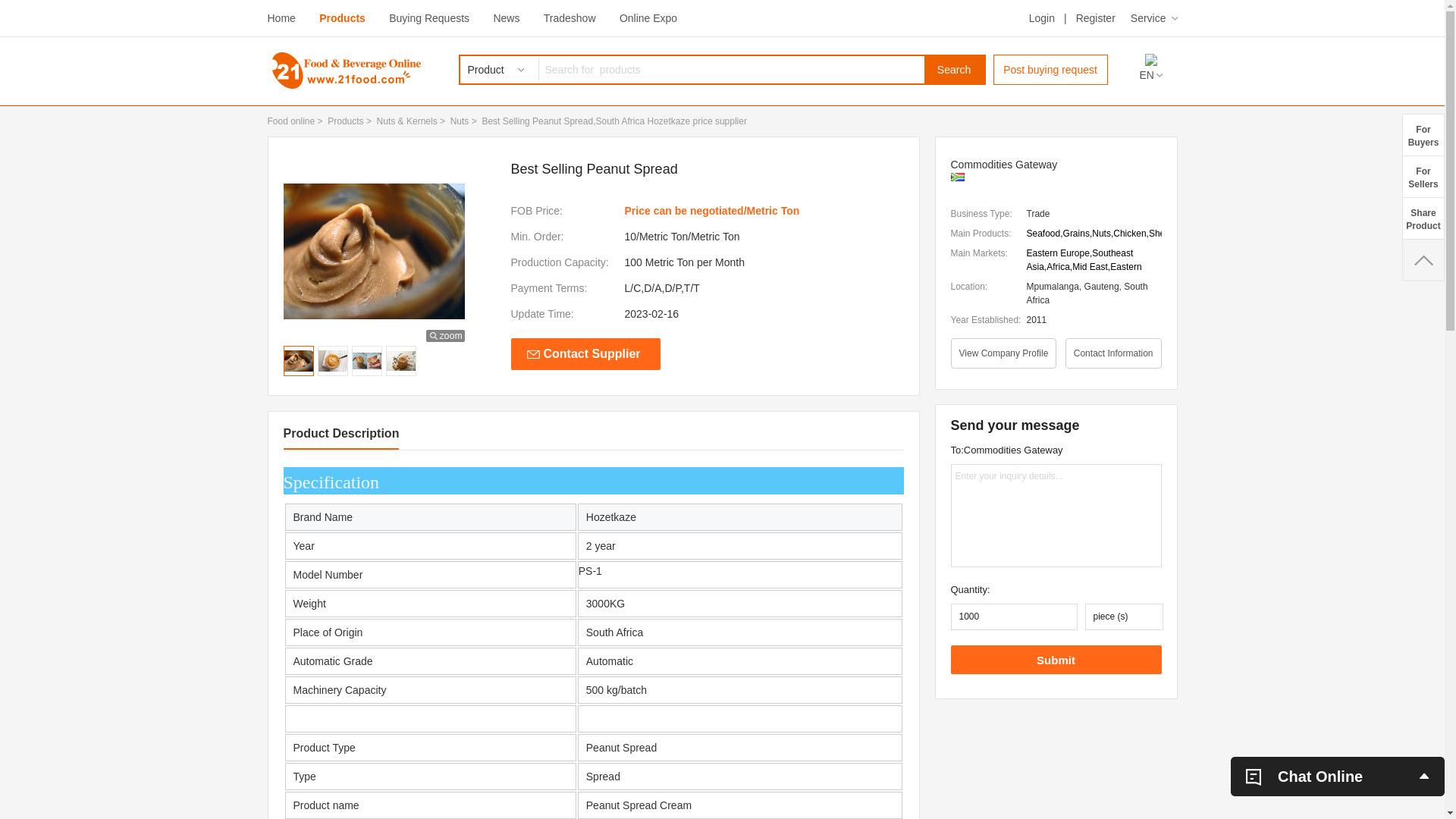  Describe the element at coordinates (1004, 353) in the screenshot. I see `'View Company Profile'` at that location.